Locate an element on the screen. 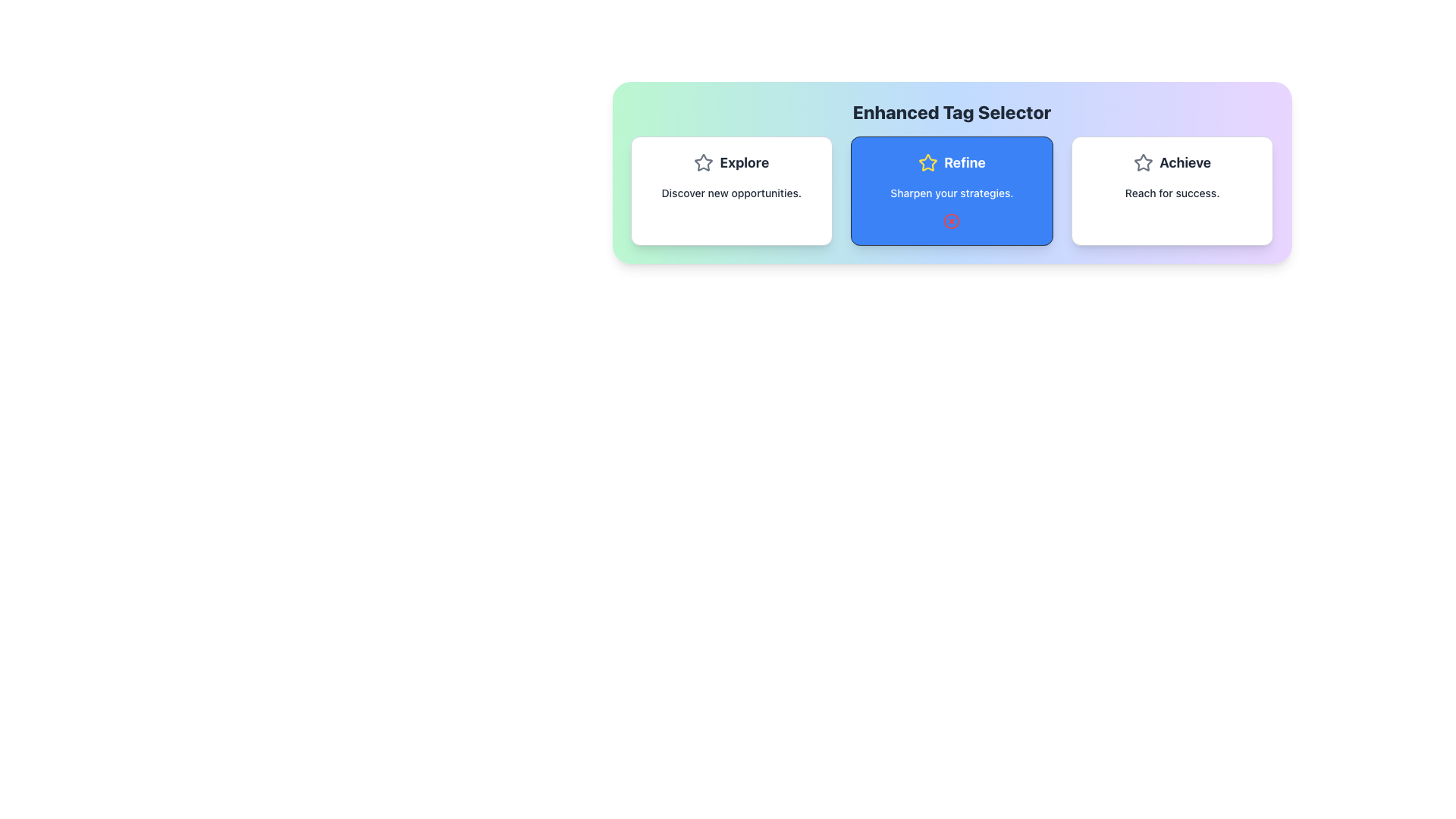 This screenshot has width=1456, height=819. the text label displaying 'Refine' within the blue button area, located under the title 'Enhanced Tag Selector' is located at coordinates (964, 163).